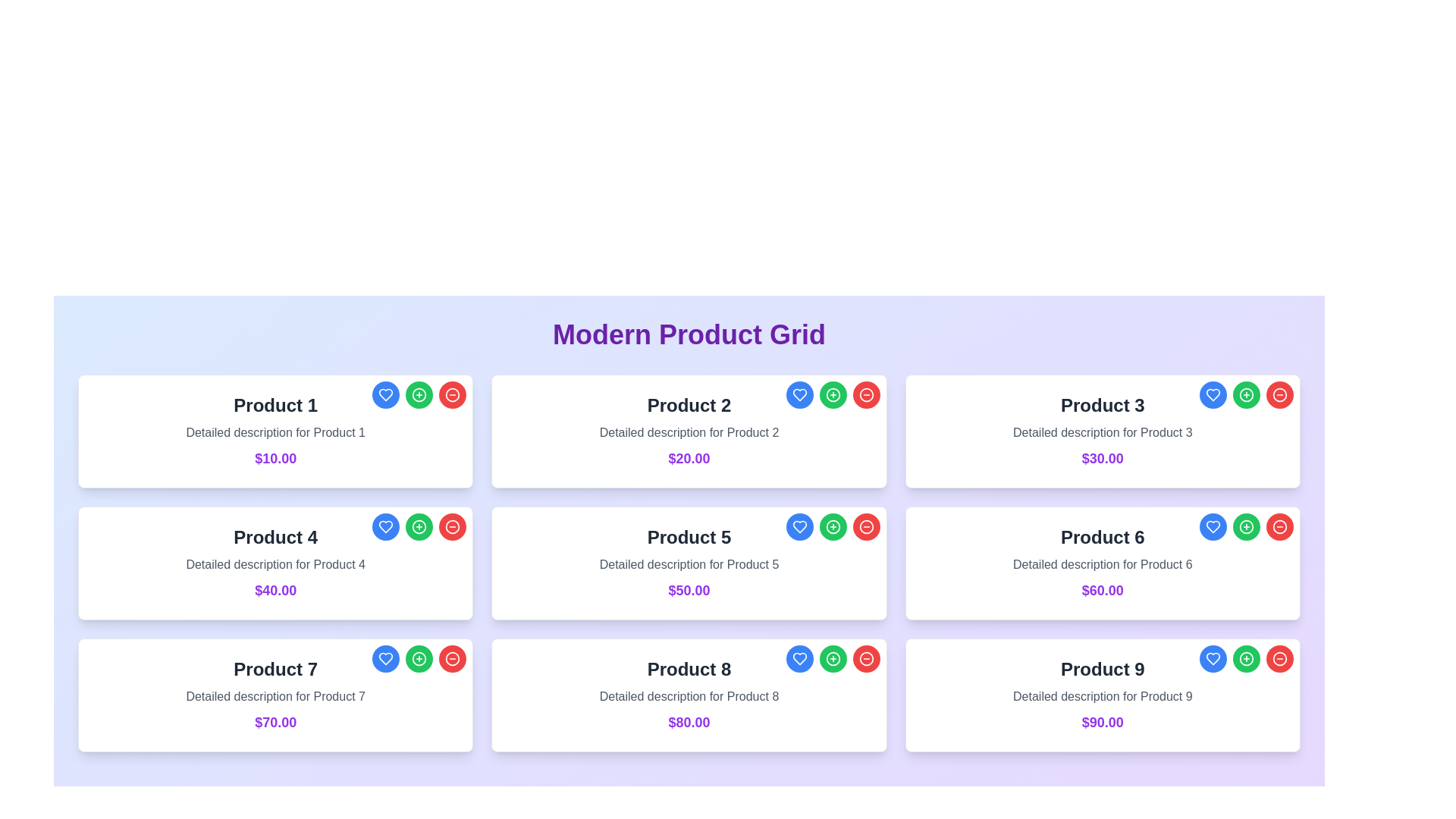 This screenshot has width=1456, height=819. Describe the element at coordinates (688, 405) in the screenshot. I see `the text label that identifies the second product in the grid` at that location.